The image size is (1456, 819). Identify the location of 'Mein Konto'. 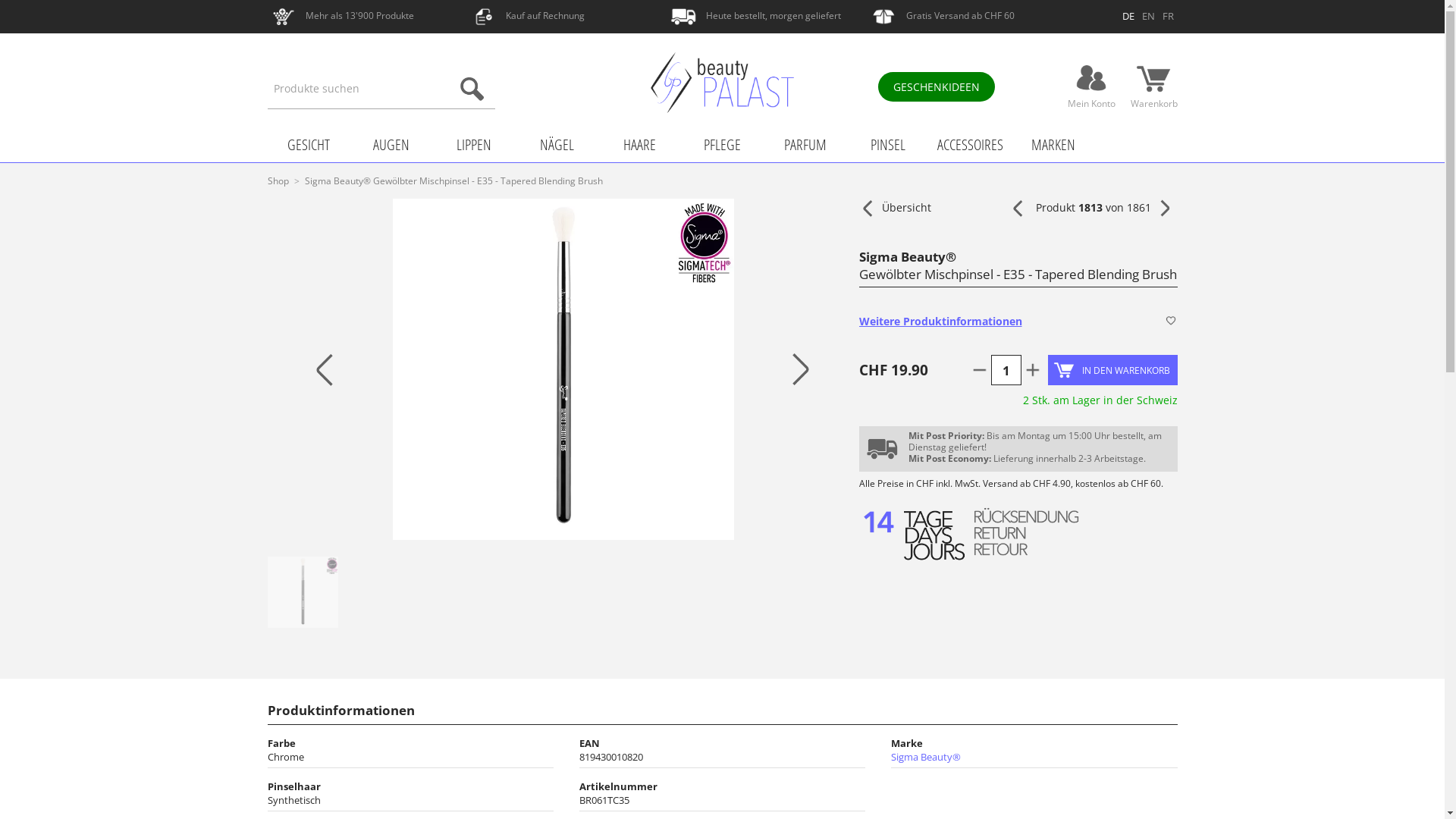
(1090, 79).